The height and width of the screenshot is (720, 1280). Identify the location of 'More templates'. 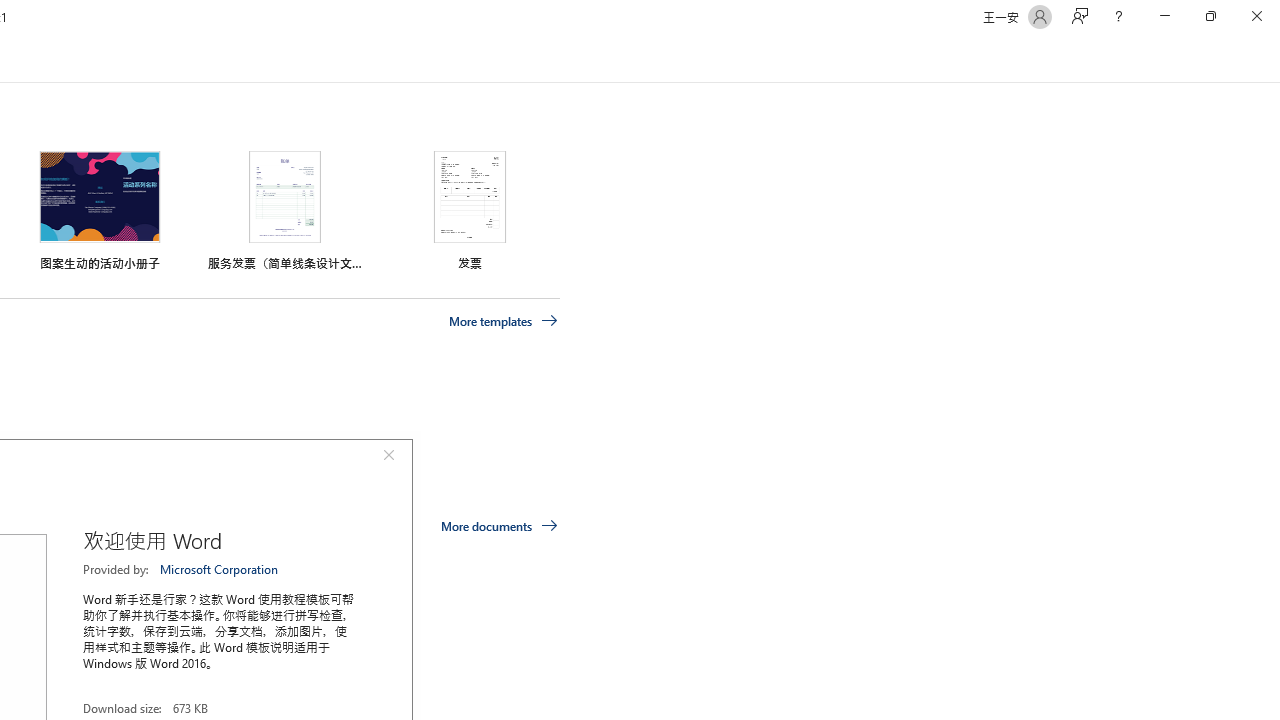
(503, 320).